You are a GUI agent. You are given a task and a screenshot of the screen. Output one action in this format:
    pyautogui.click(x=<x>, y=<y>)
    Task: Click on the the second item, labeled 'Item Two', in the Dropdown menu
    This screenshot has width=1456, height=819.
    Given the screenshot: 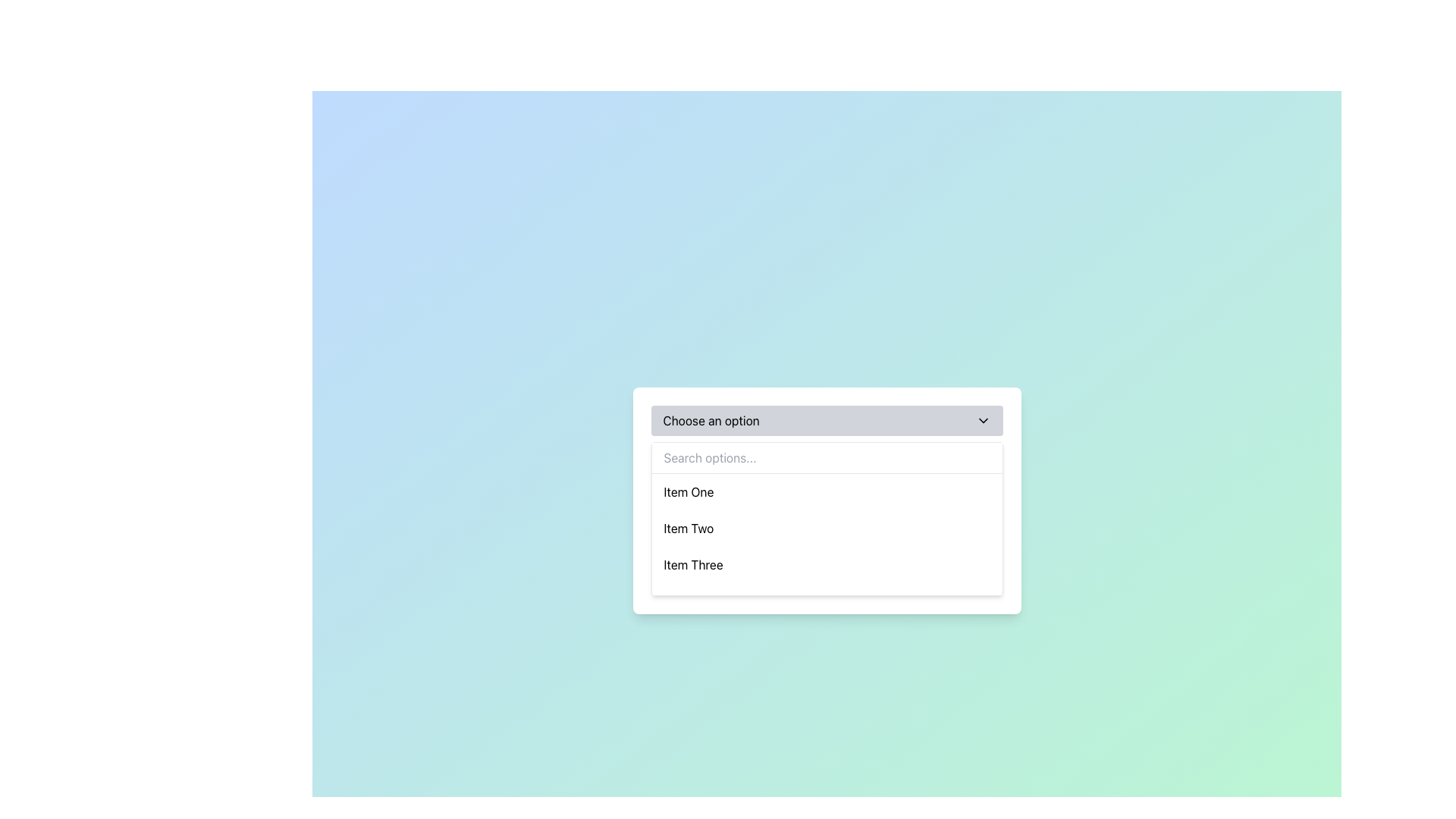 What is the action you would take?
    pyautogui.click(x=826, y=517)
    